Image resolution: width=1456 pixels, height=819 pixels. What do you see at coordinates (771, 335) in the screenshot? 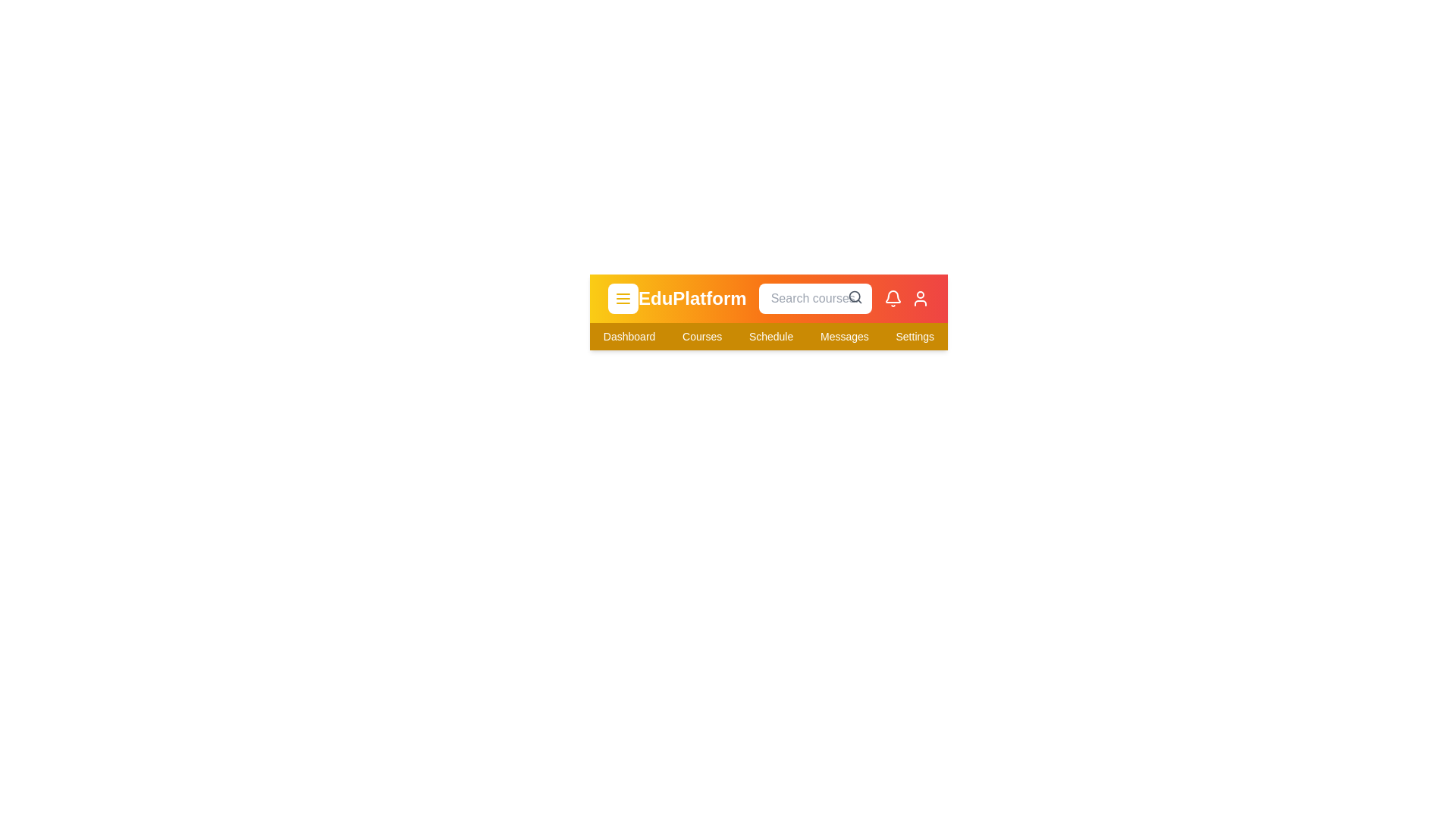
I see `the navigation item Schedule` at bounding box center [771, 335].